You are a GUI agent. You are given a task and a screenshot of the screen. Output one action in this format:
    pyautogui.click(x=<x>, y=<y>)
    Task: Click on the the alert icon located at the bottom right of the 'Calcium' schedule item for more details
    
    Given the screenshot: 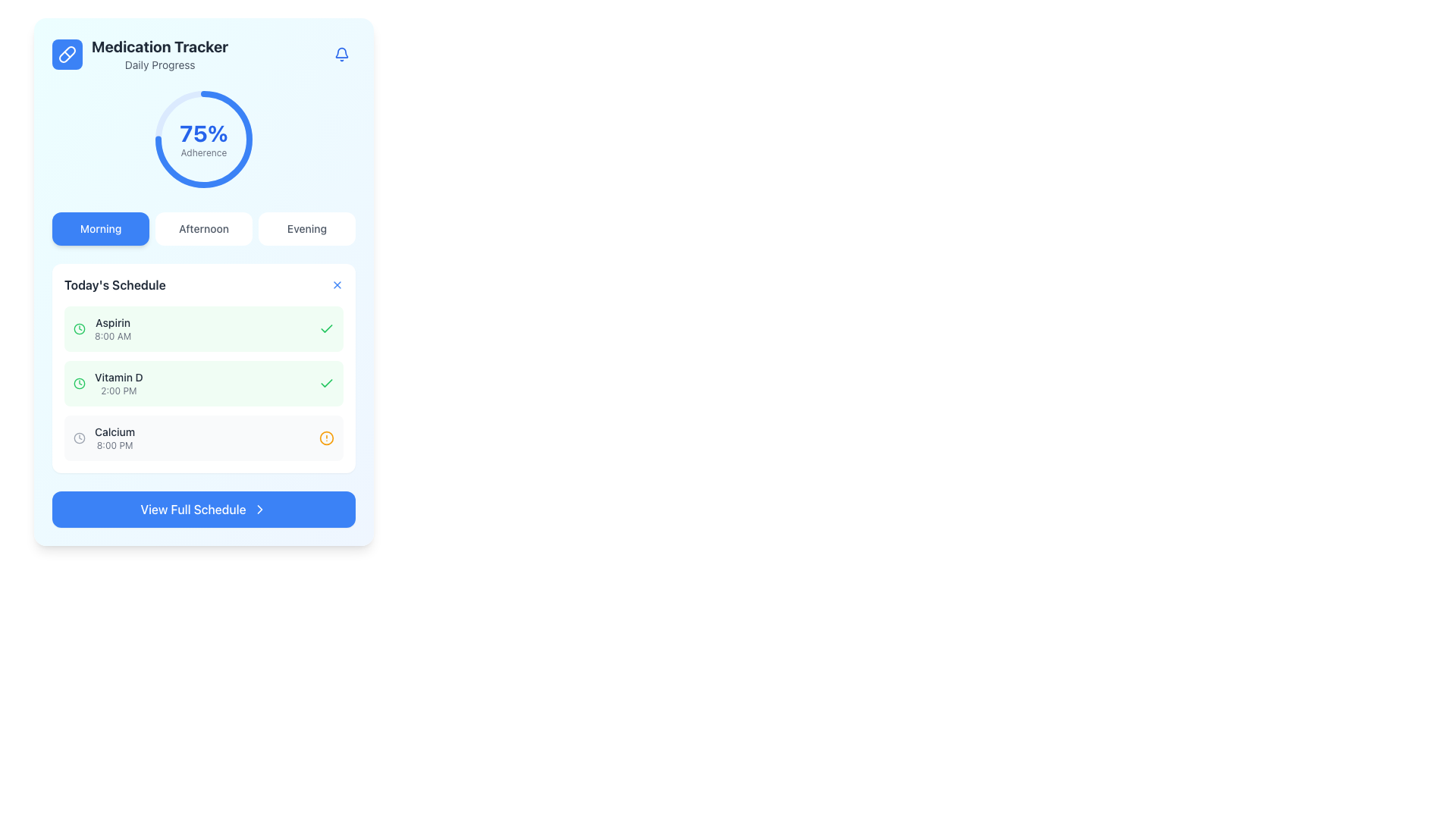 What is the action you would take?
    pyautogui.click(x=326, y=438)
    